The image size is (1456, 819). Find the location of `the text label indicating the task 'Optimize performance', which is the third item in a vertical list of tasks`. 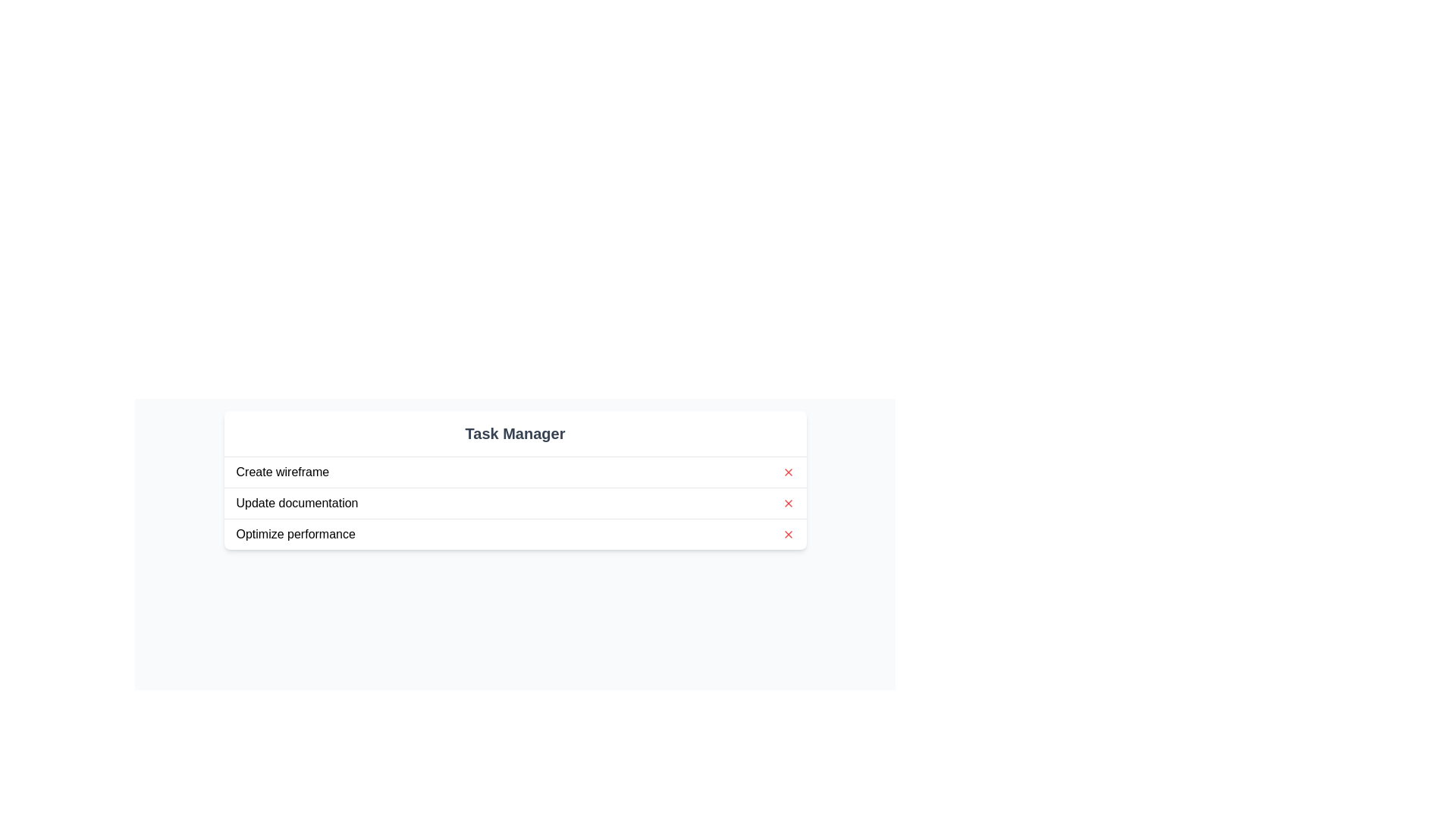

the text label indicating the task 'Optimize performance', which is the third item in a vertical list of tasks is located at coordinates (296, 534).